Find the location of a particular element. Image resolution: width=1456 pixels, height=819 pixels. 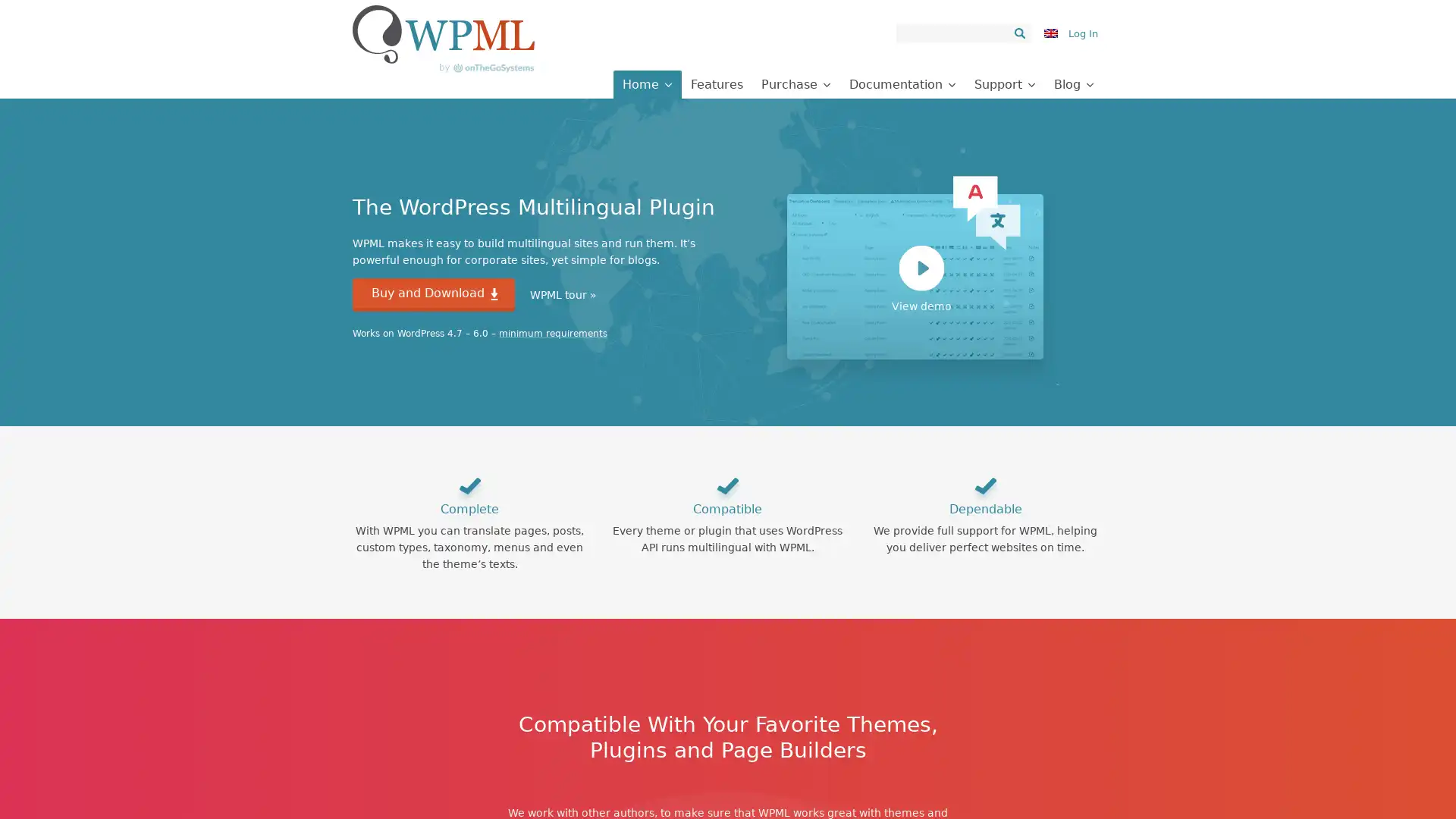

Search is located at coordinates (1019, 33).